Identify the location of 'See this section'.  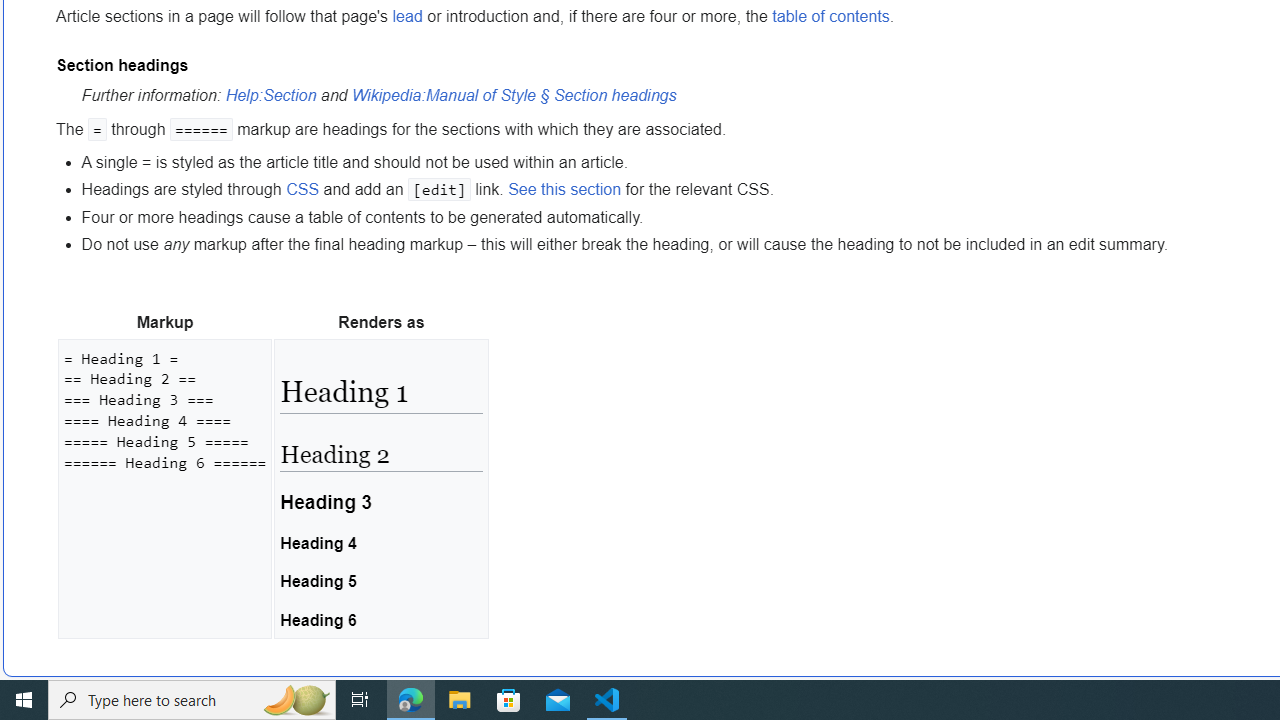
(564, 189).